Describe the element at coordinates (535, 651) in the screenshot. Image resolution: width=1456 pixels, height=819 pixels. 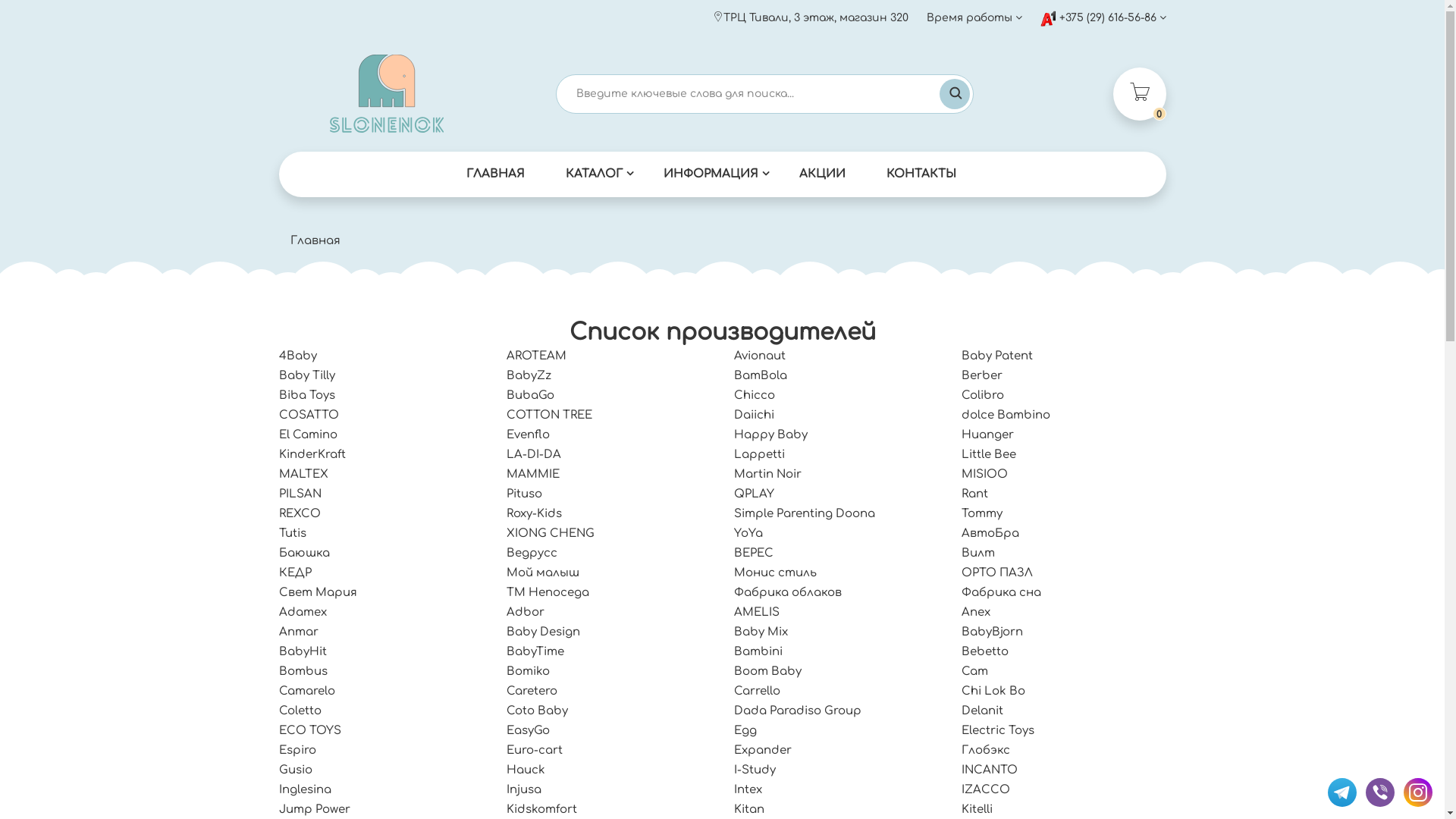
I see `'BabyTime'` at that location.